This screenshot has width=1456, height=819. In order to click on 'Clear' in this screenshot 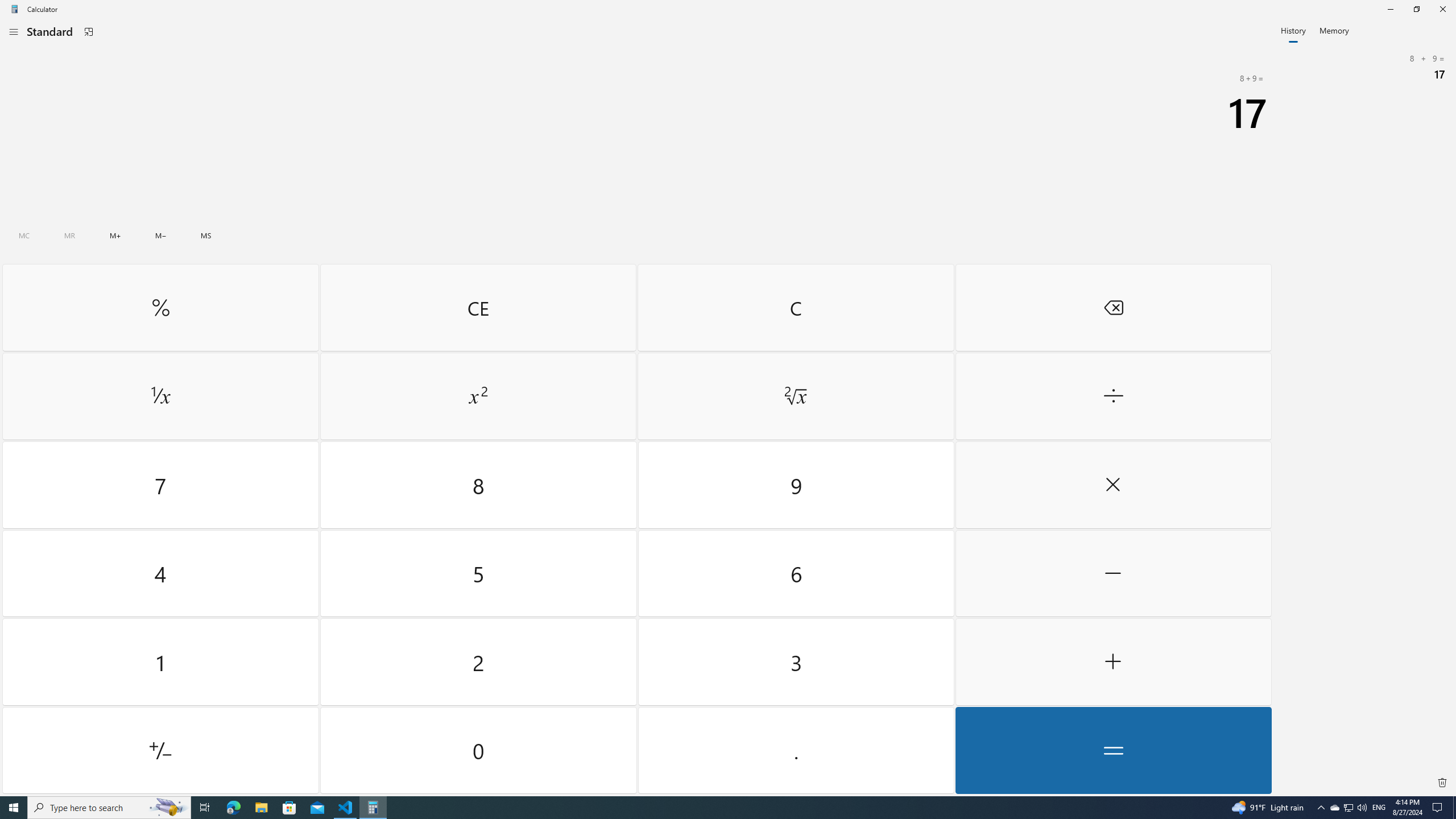, I will do `click(795, 307)`.